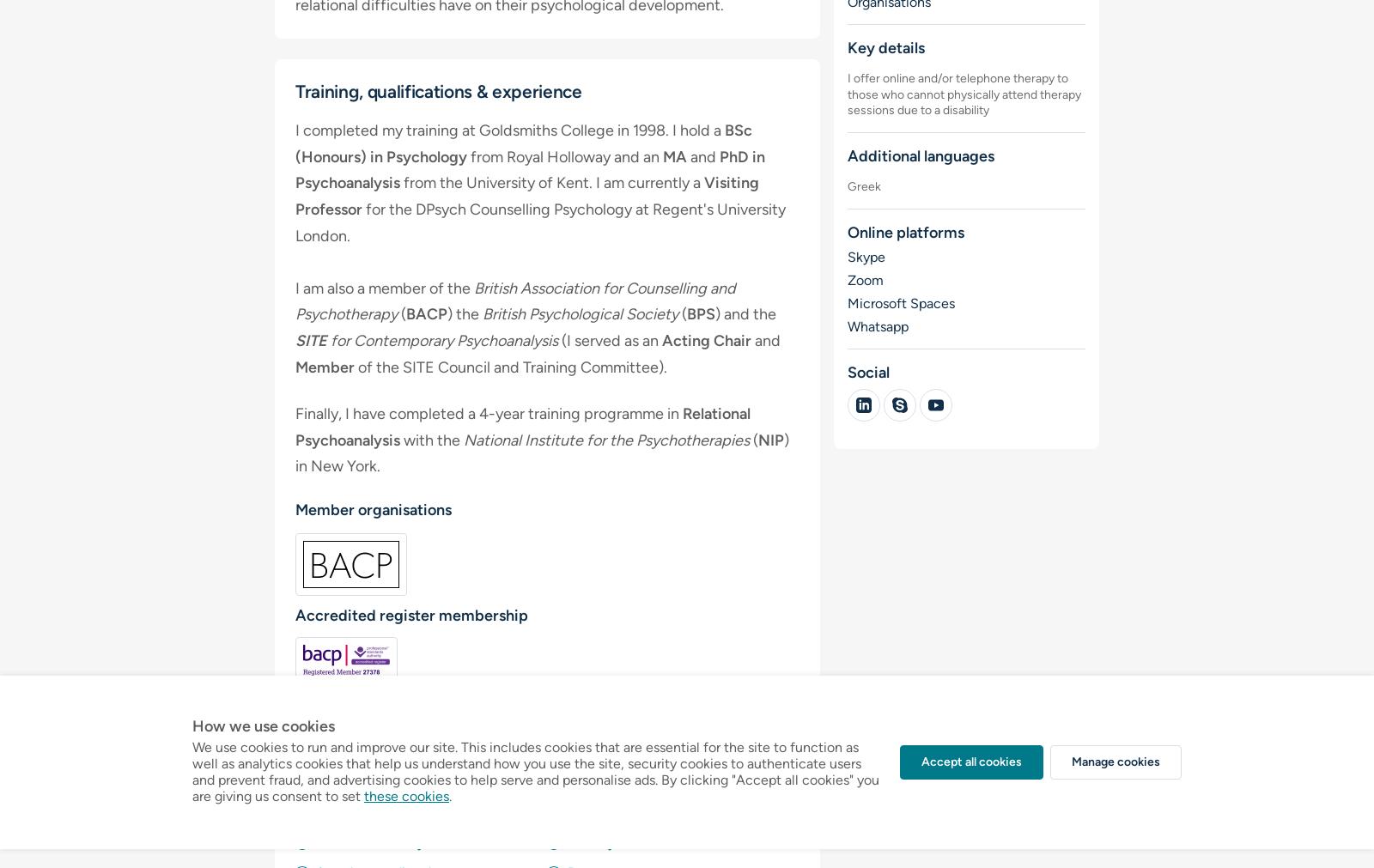 The height and width of the screenshot is (868, 1374). I want to click on 'NIP', so click(770, 439).